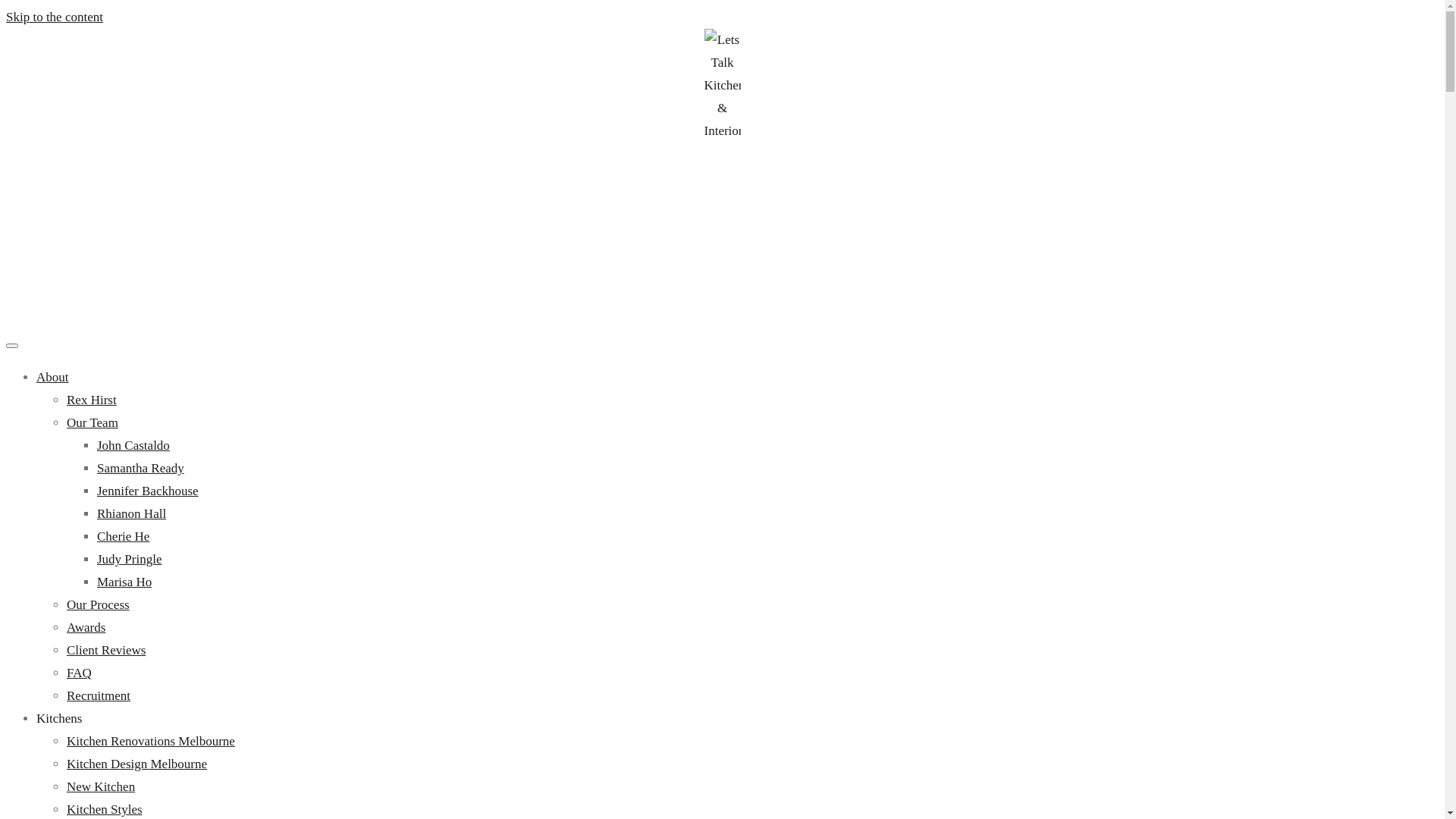 The width and height of the screenshot is (1456, 819). I want to click on 'Skip to the content', so click(6, 17).